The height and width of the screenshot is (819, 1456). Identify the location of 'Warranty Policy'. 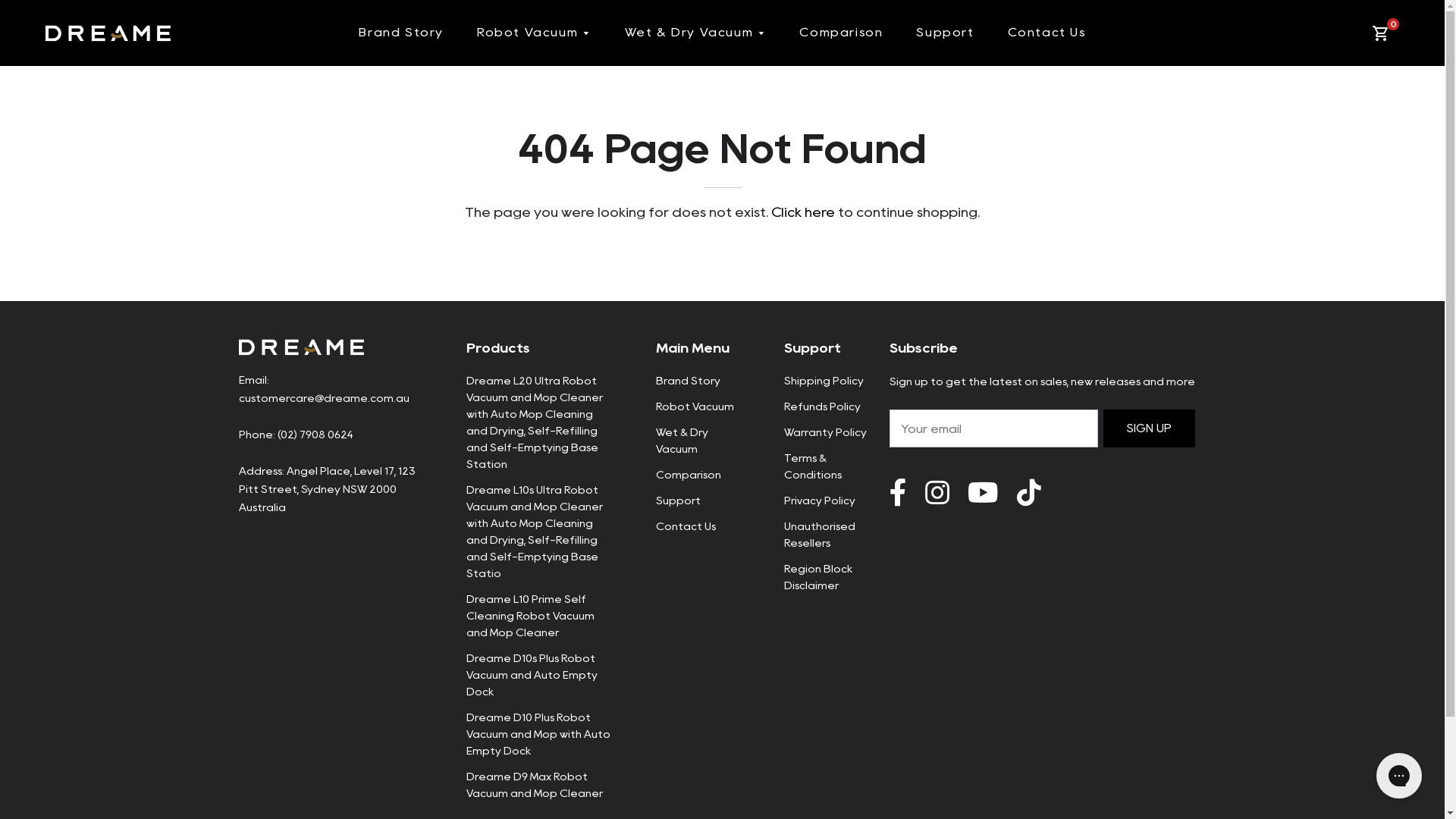
(824, 432).